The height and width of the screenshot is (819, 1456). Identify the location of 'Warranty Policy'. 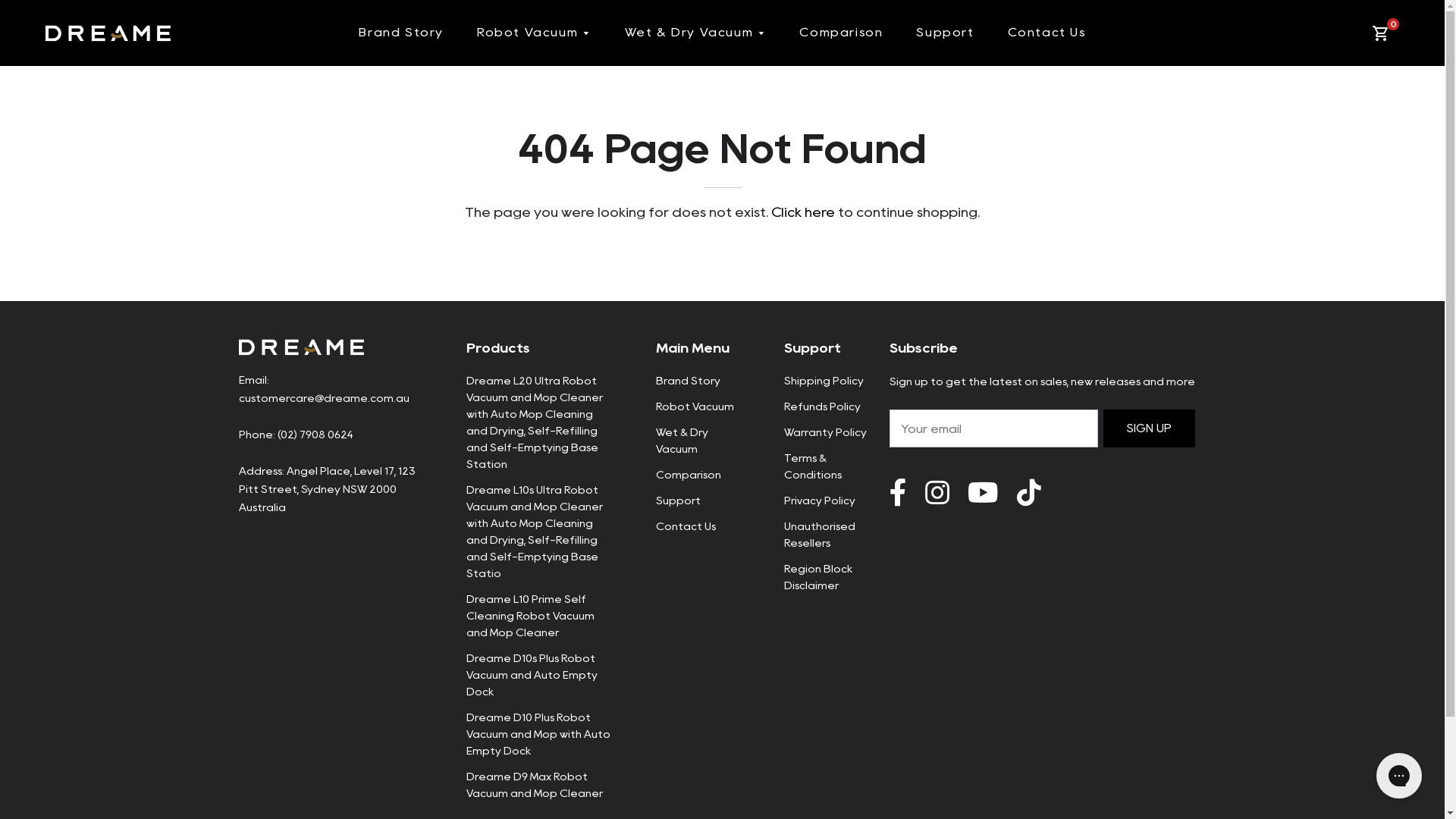
(824, 432).